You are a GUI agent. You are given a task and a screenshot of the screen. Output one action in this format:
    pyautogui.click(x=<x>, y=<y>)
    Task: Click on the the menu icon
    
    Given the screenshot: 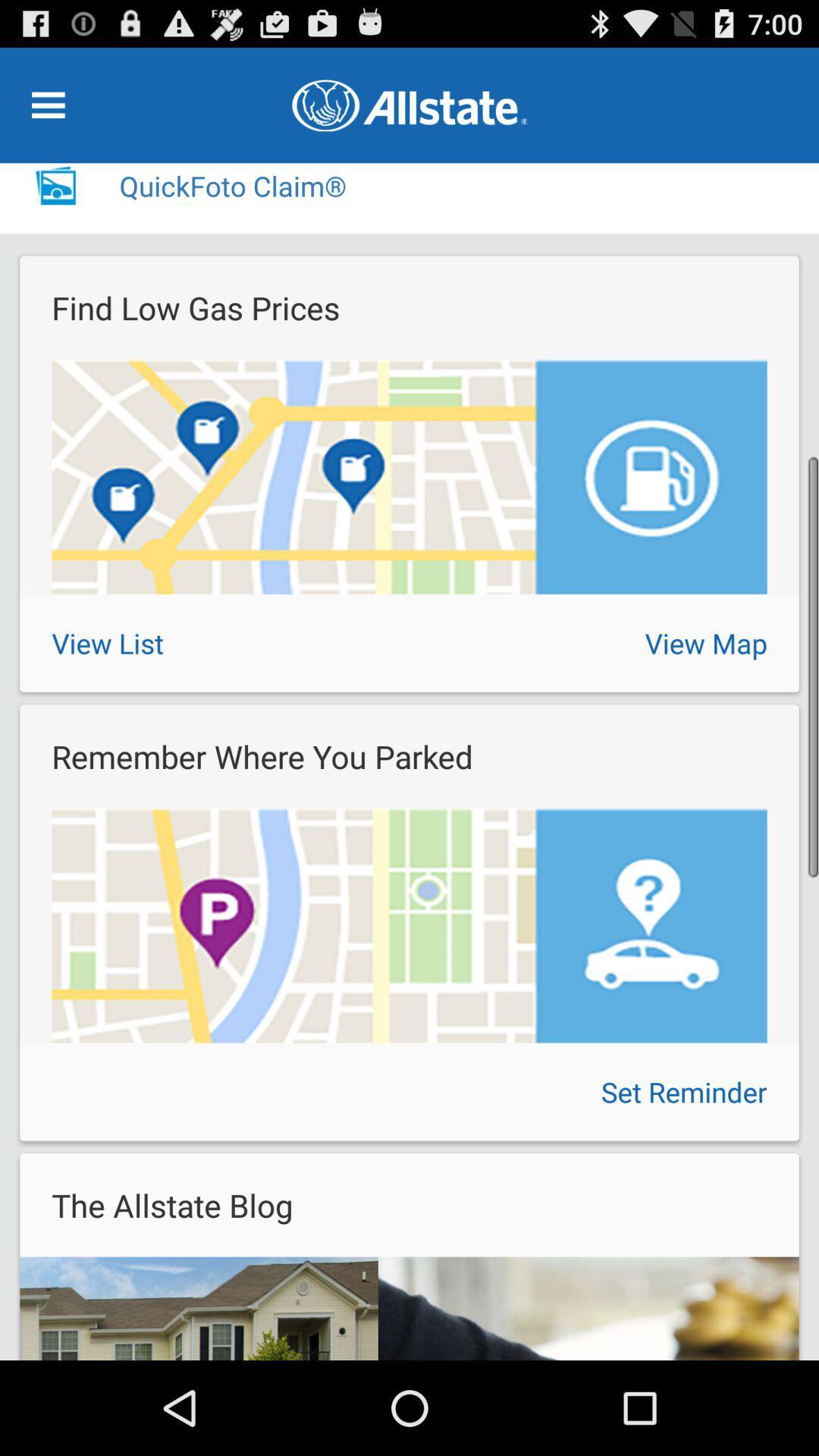 What is the action you would take?
    pyautogui.click(x=48, y=111)
    